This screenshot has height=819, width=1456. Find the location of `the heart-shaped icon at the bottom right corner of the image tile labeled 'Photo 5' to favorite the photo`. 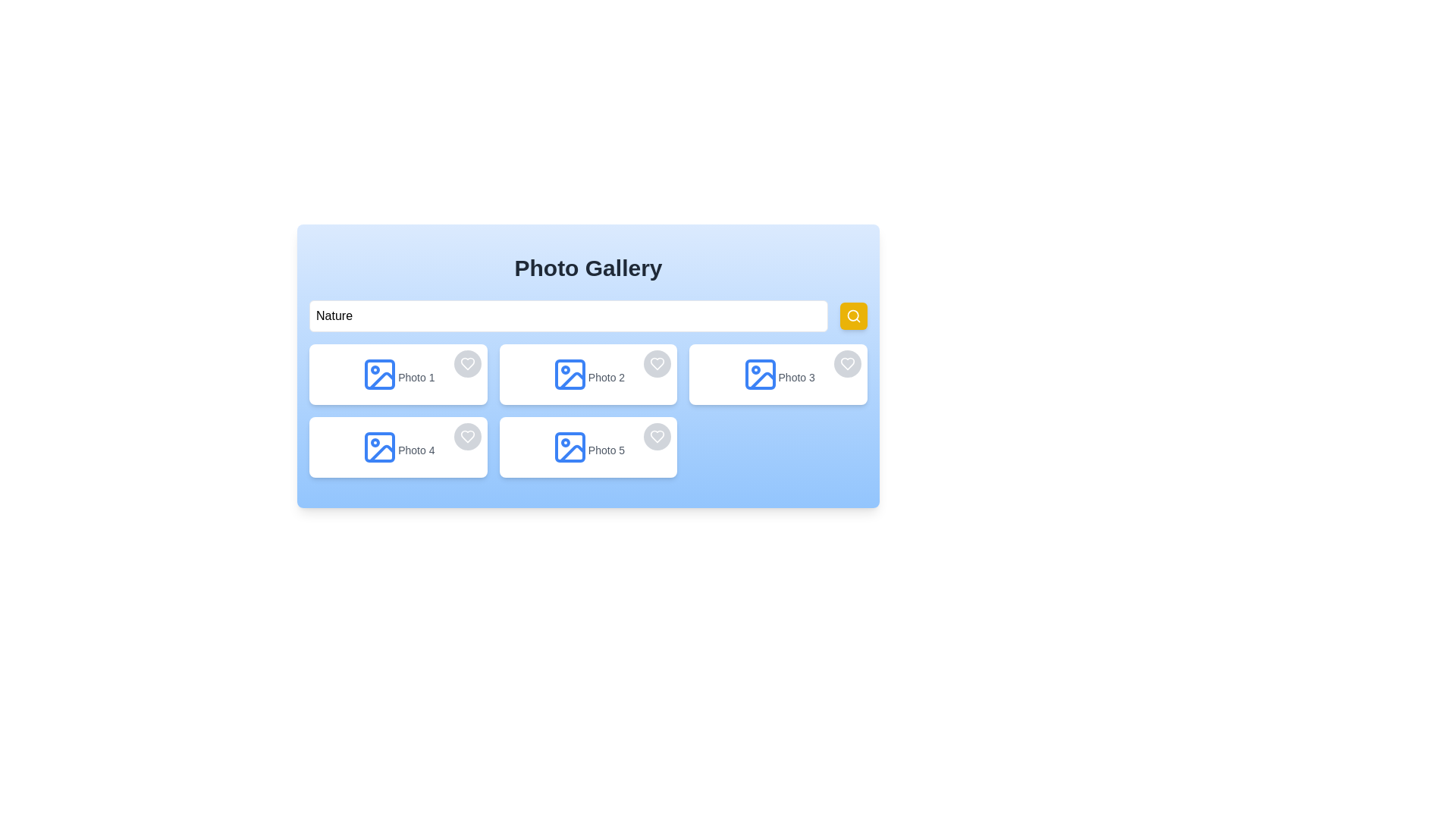

the heart-shaped icon at the bottom right corner of the image tile labeled 'Photo 5' to favorite the photo is located at coordinates (657, 436).